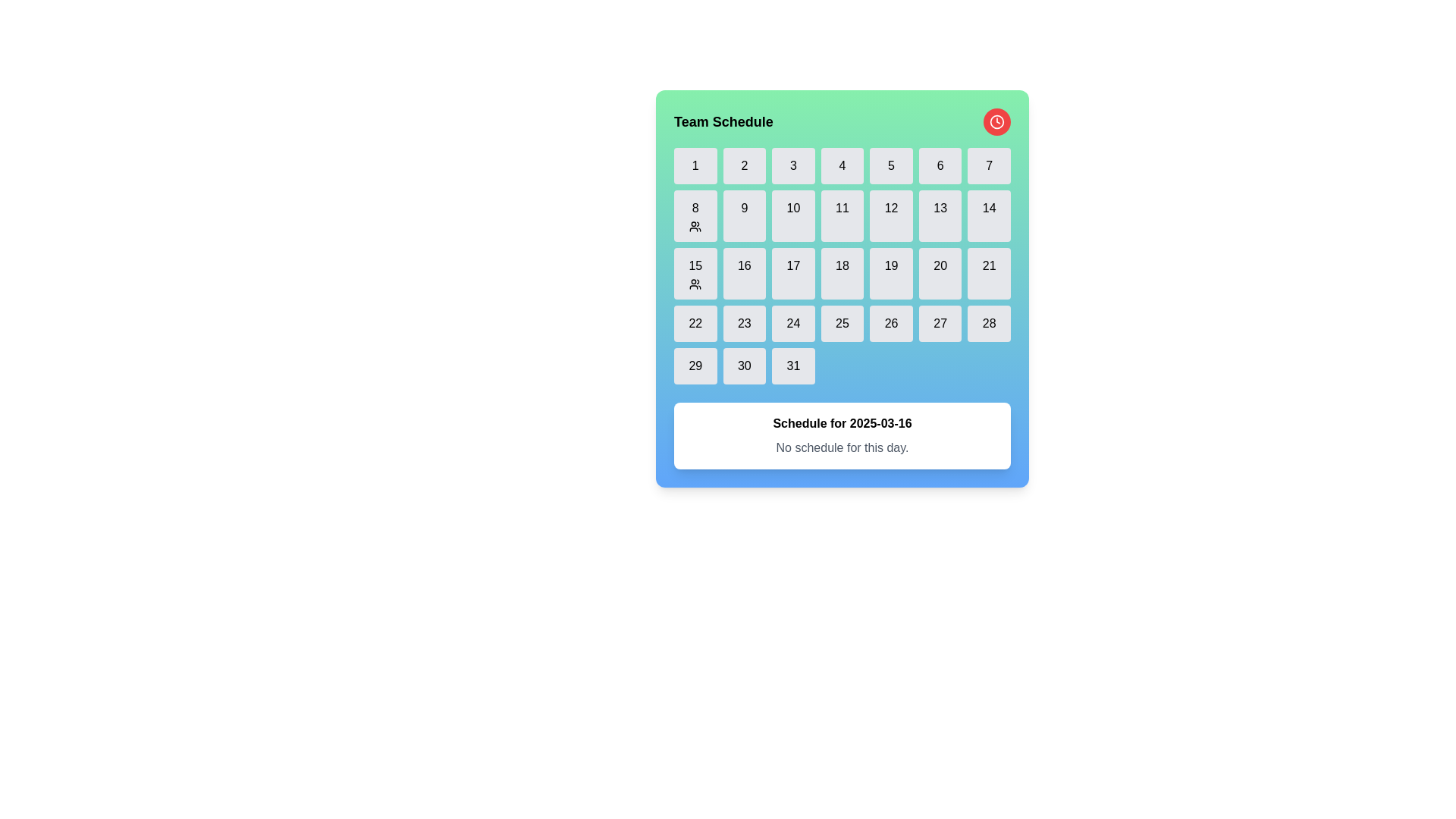 This screenshot has width=1456, height=819. What do you see at coordinates (989, 166) in the screenshot?
I see `the numeral '7' in the calendar grid titled 'Team Schedule'` at bounding box center [989, 166].